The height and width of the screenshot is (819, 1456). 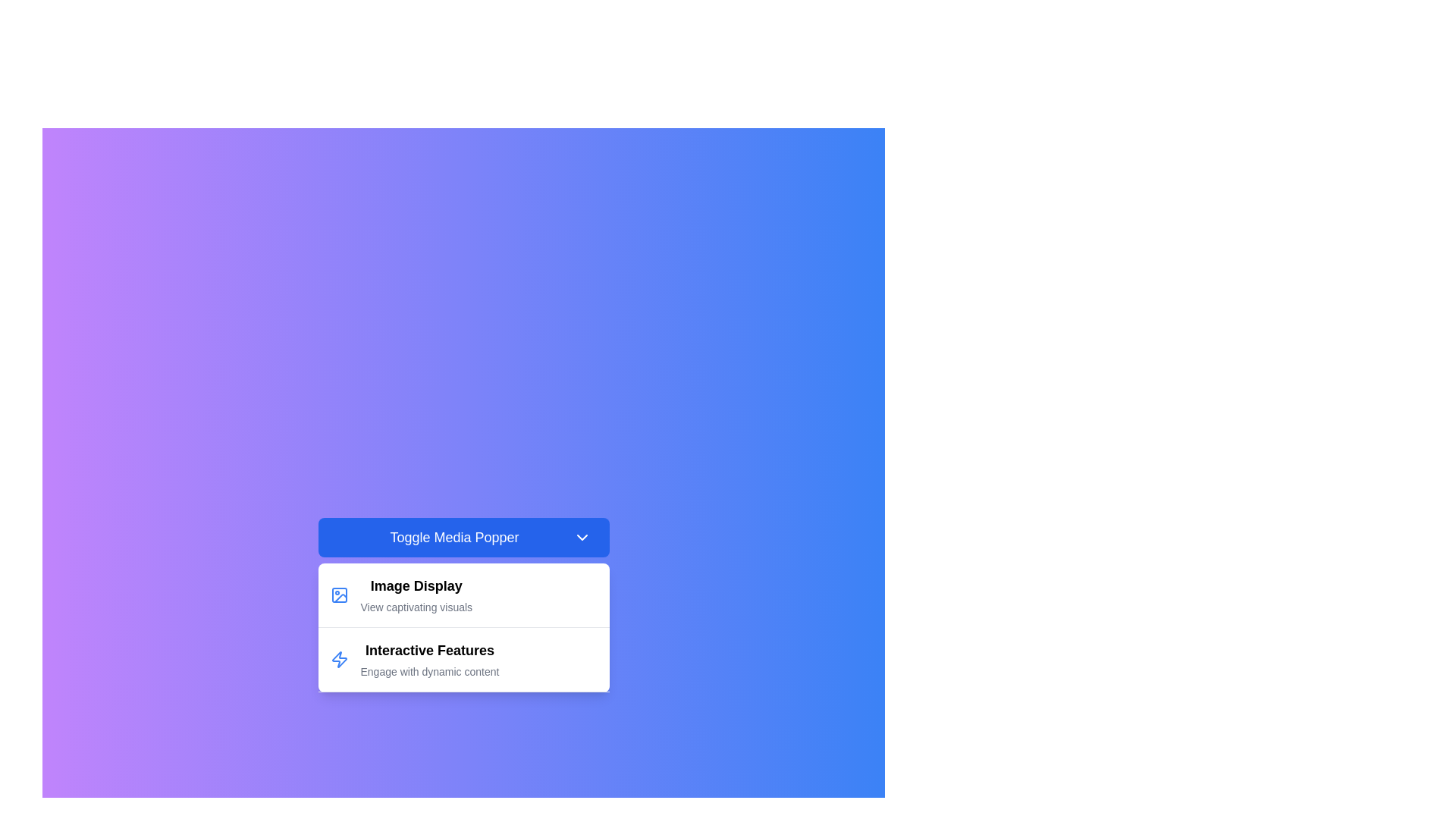 What do you see at coordinates (463, 628) in the screenshot?
I see `the dropdown menu item titled 'Interactive Features'` at bounding box center [463, 628].